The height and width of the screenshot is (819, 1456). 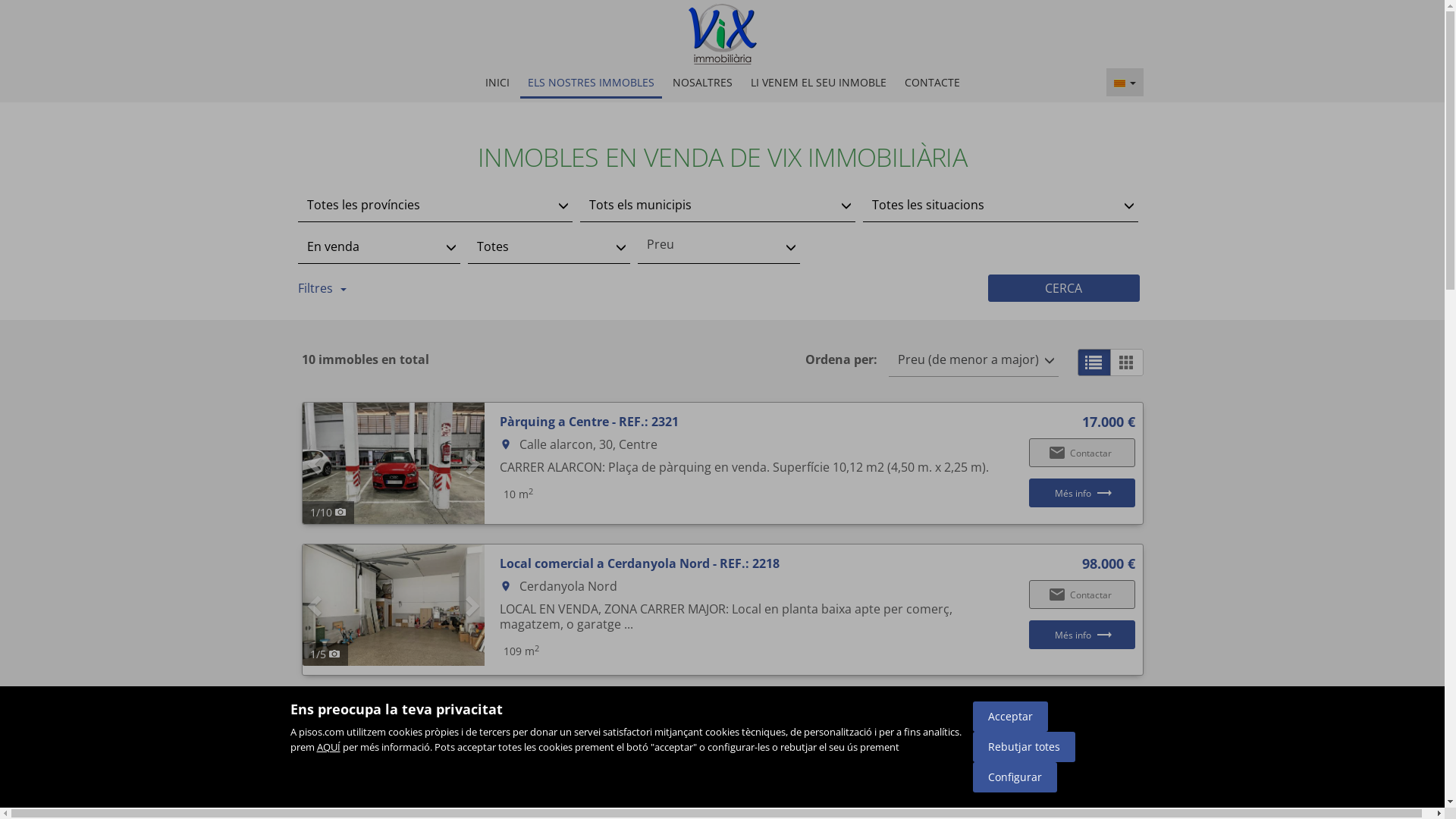 What do you see at coordinates (817, 82) in the screenshot?
I see `'LI VENEM EL SEU INMOBLE'` at bounding box center [817, 82].